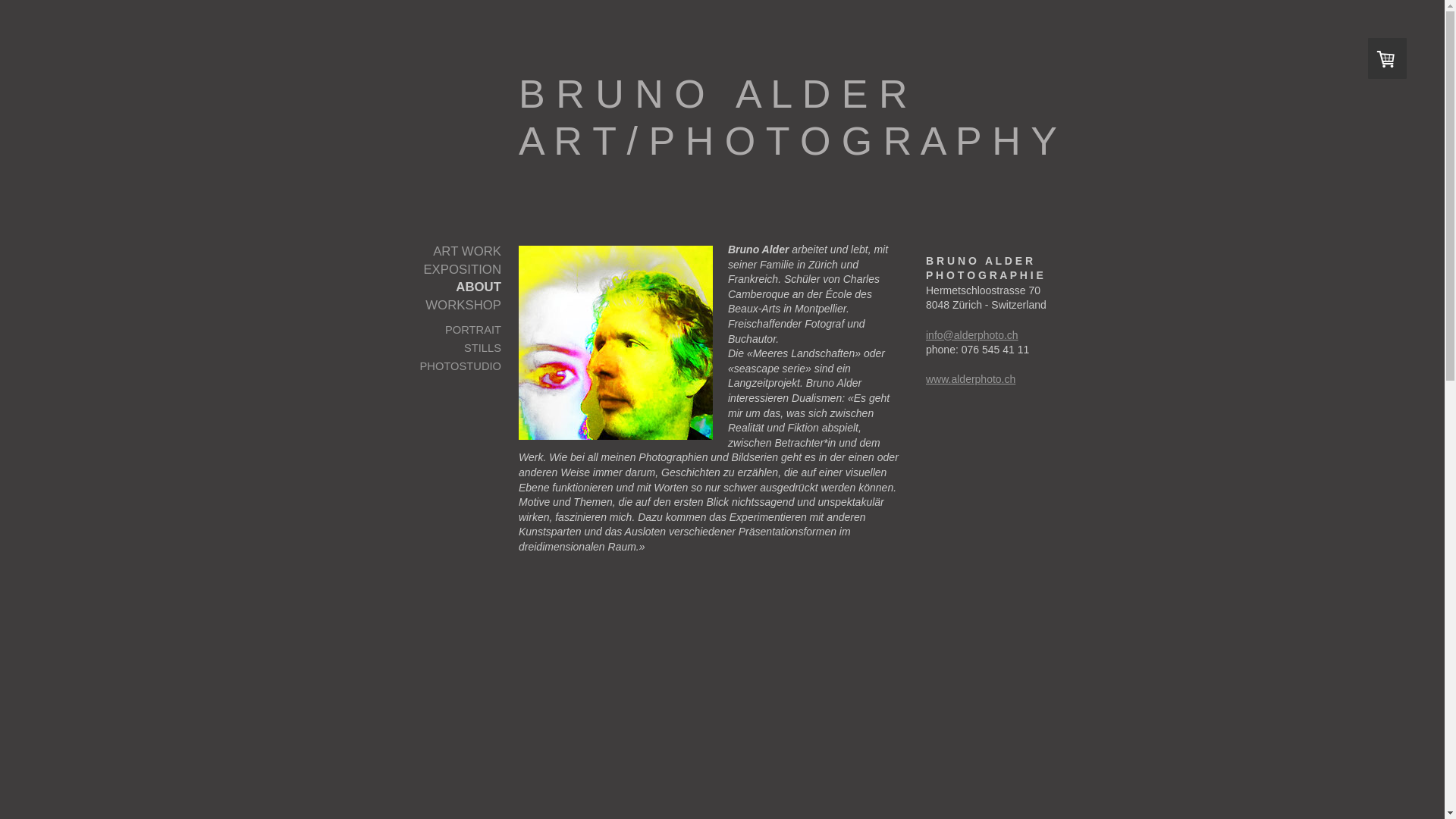 The height and width of the screenshot is (819, 1456). I want to click on 'ABOUT', so click(435, 287).